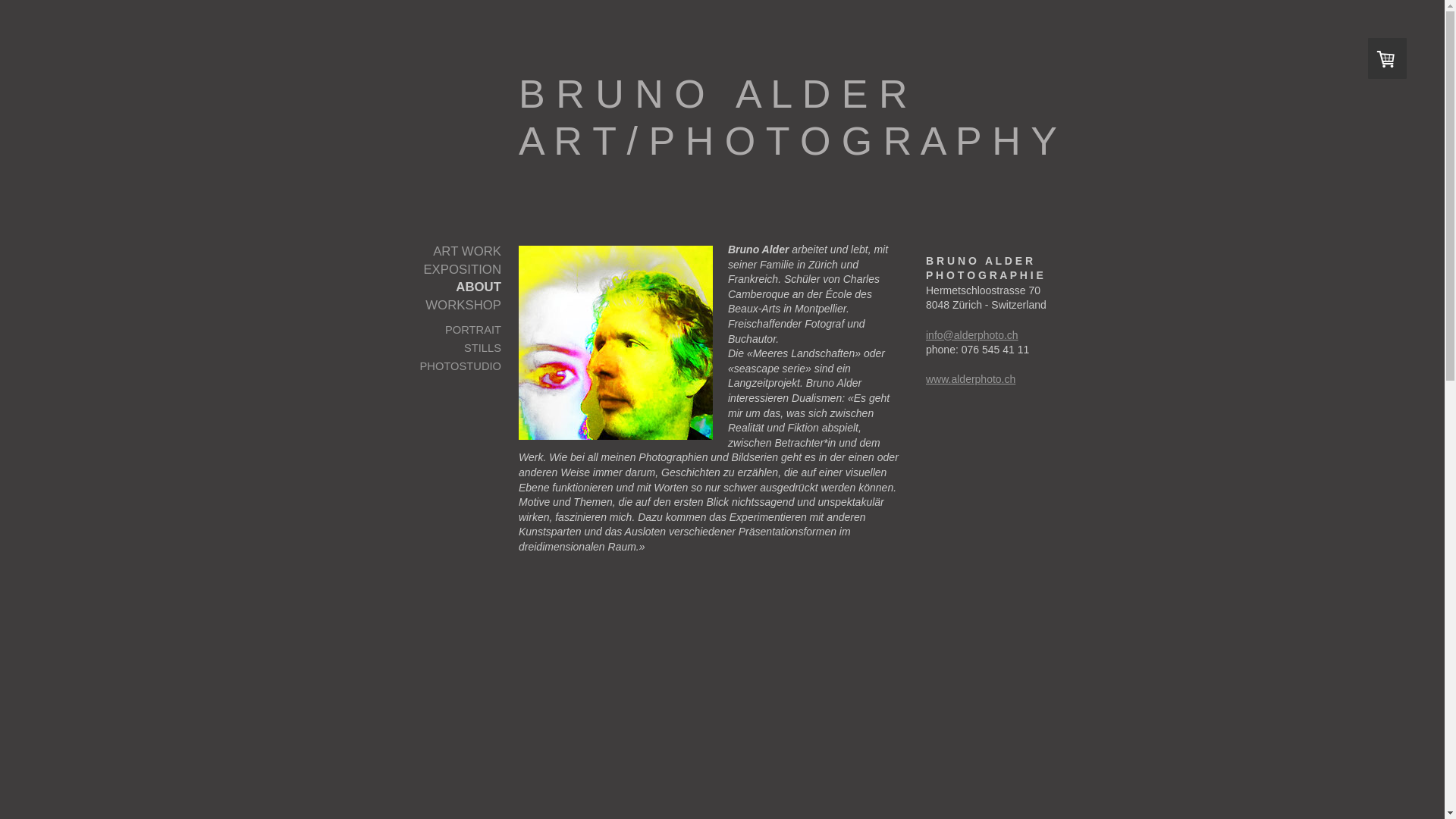 The height and width of the screenshot is (819, 1456). I want to click on 'ABOUT', so click(435, 287).